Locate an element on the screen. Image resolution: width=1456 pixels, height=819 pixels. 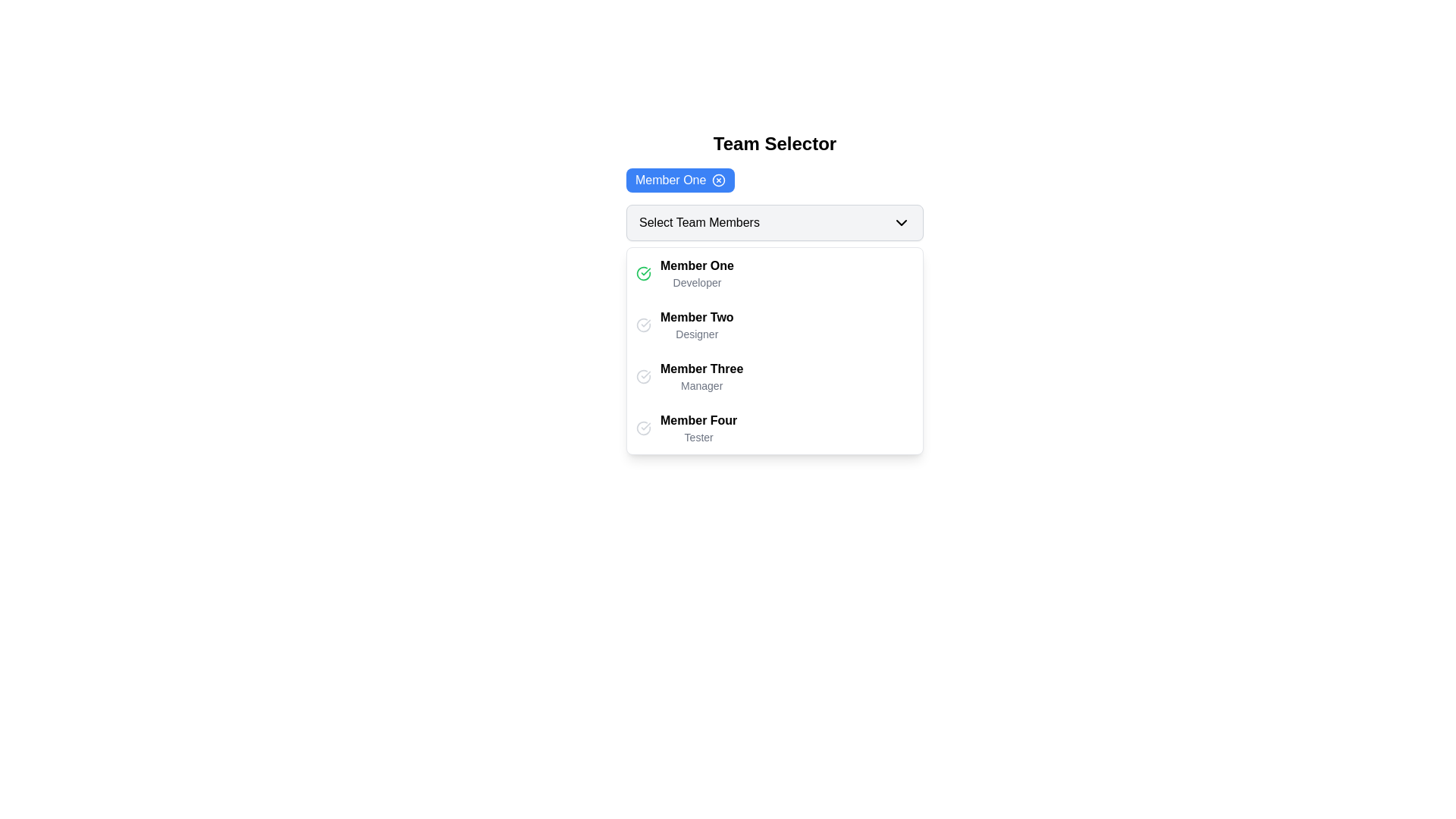
the 'Manager' text label element located below the 'Member Three' in the dropdown menu is located at coordinates (701, 385).